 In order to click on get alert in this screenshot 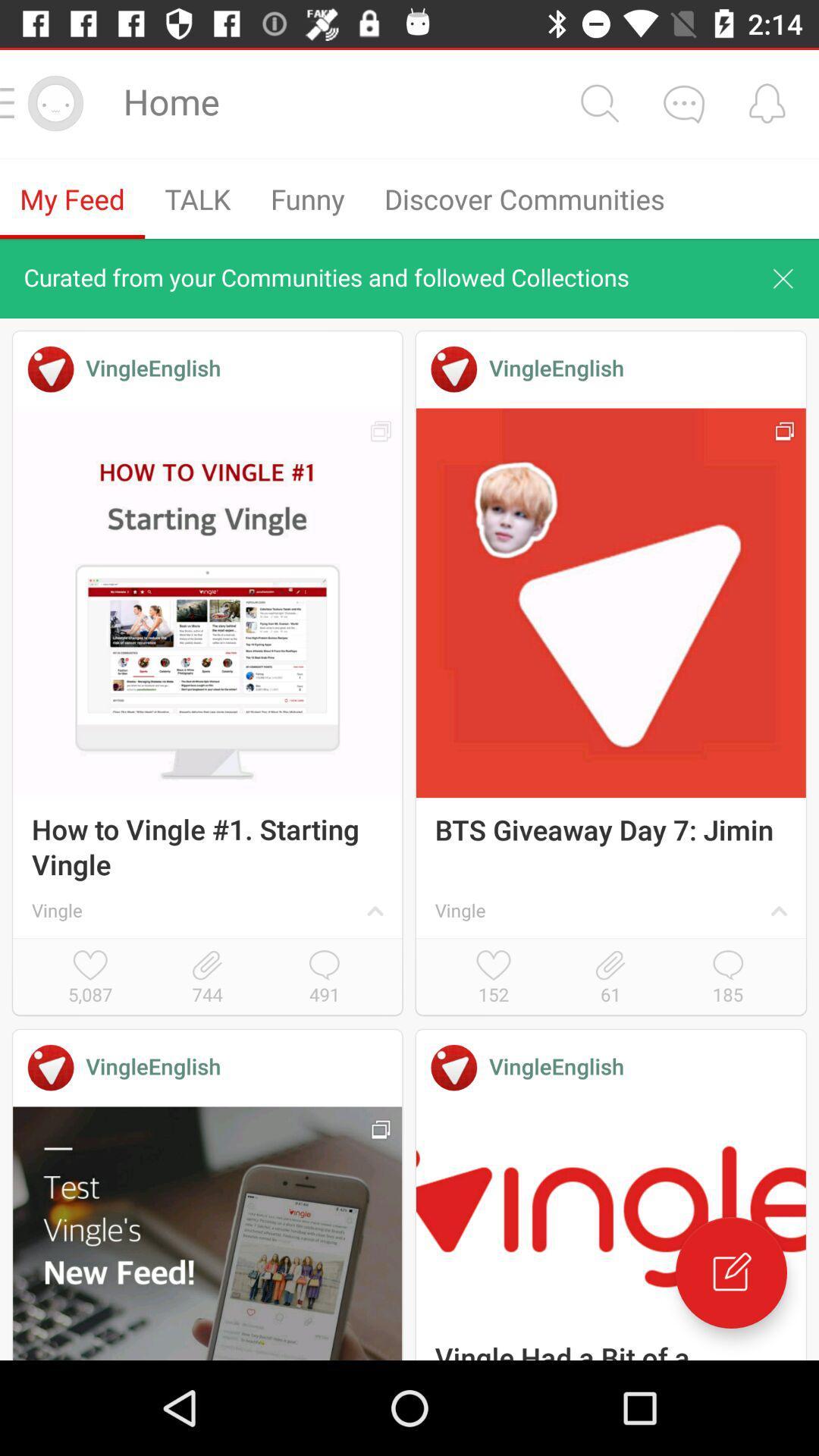, I will do `click(767, 102)`.